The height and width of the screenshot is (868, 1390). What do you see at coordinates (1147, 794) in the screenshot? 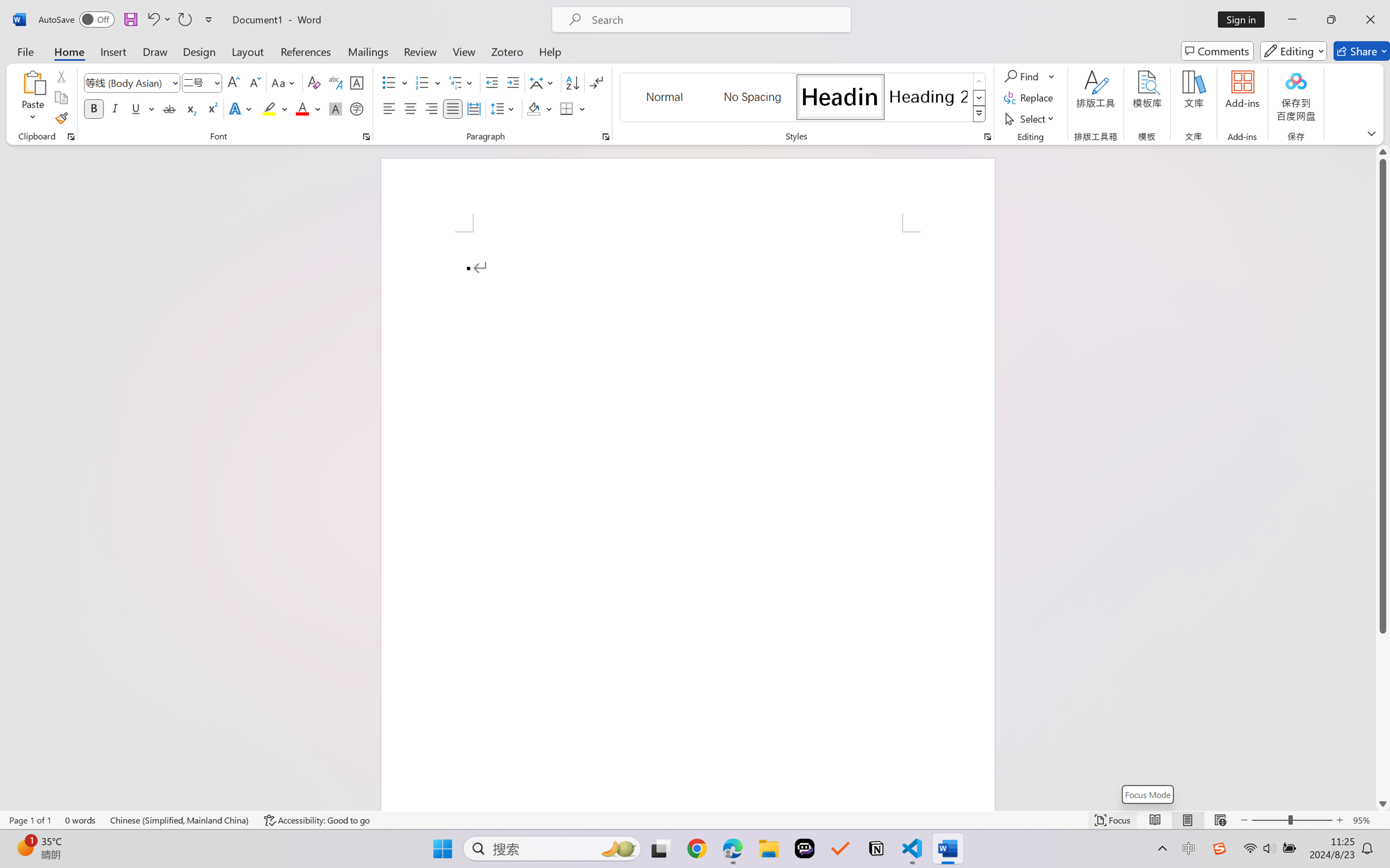
I see `'Focus Mode'` at bounding box center [1147, 794].